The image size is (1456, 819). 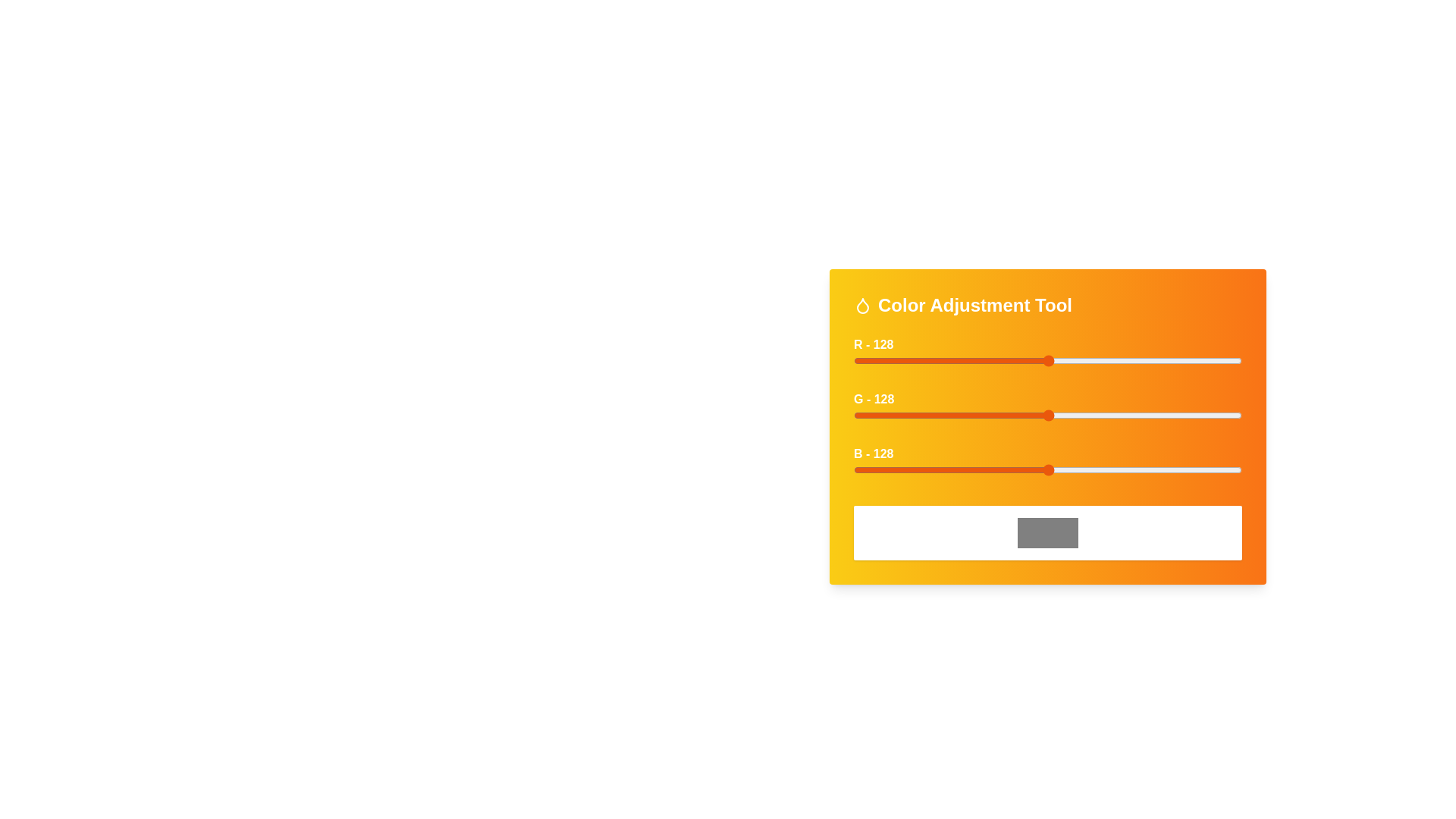 I want to click on the red slider to 250, so click(x=1234, y=360).